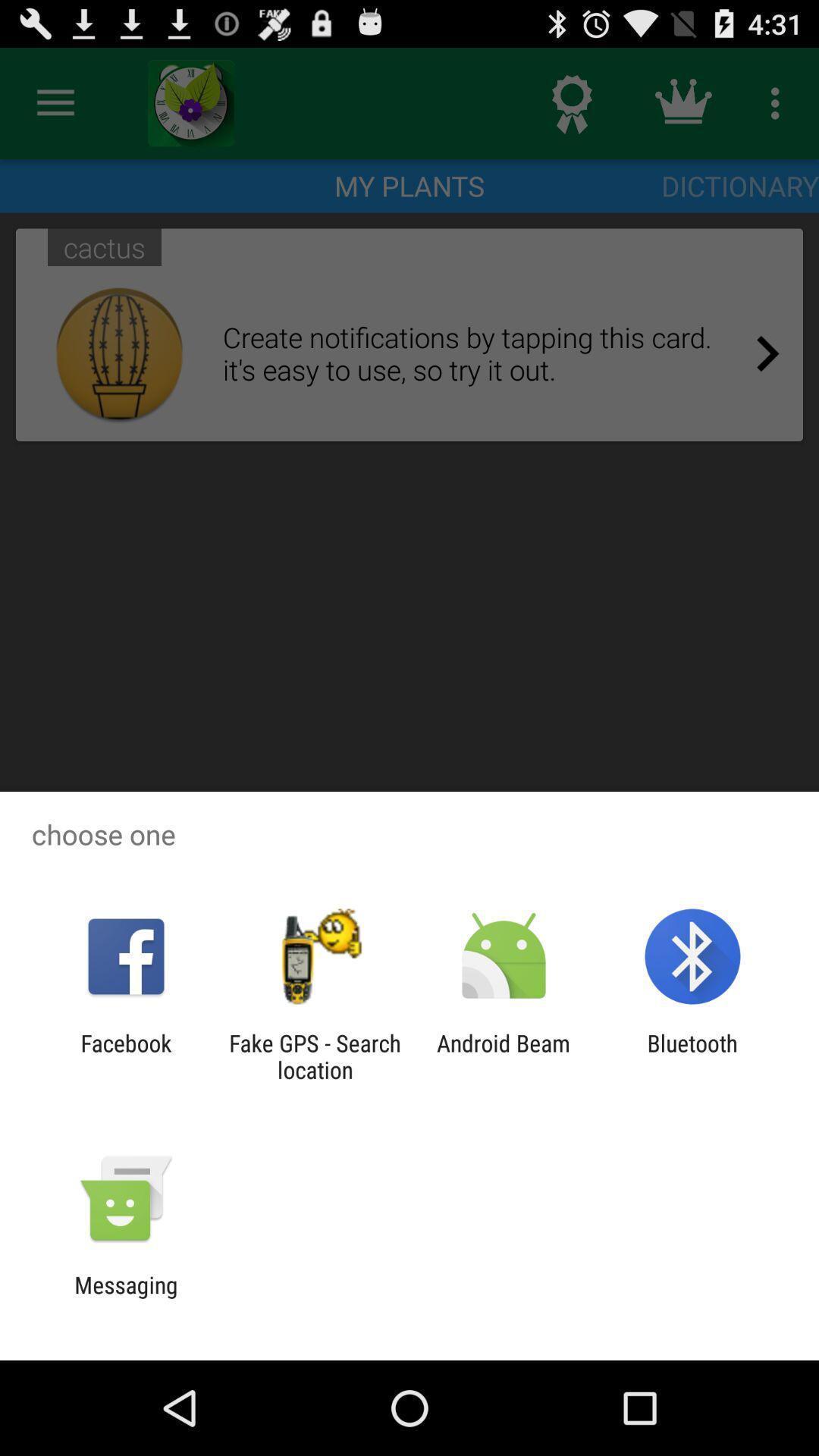 Image resolution: width=819 pixels, height=1456 pixels. Describe the element at coordinates (692, 1056) in the screenshot. I see `bluetooth` at that location.